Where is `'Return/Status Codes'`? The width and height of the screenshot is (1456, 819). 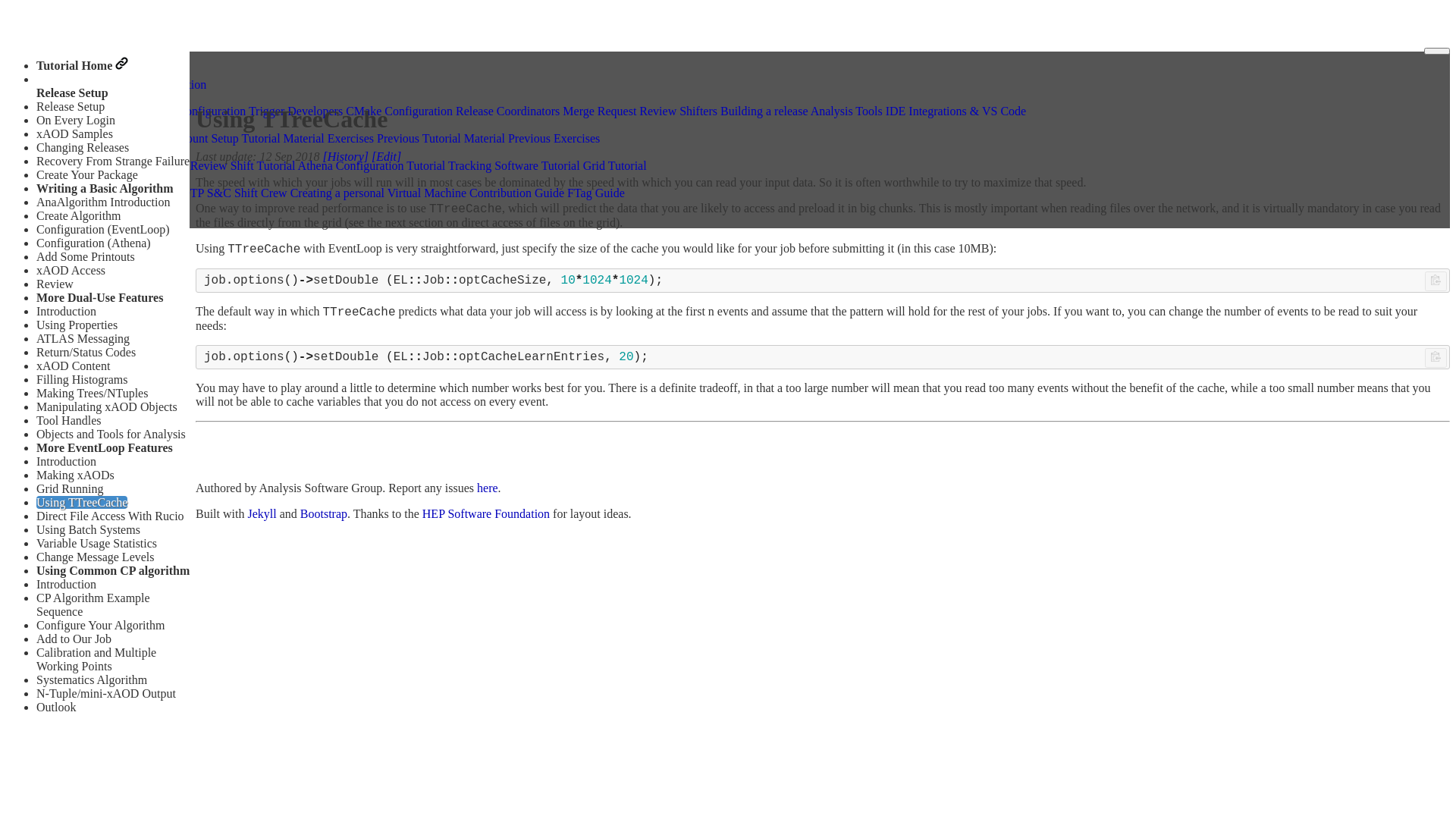
'Return/Status Codes' is located at coordinates (85, 352).